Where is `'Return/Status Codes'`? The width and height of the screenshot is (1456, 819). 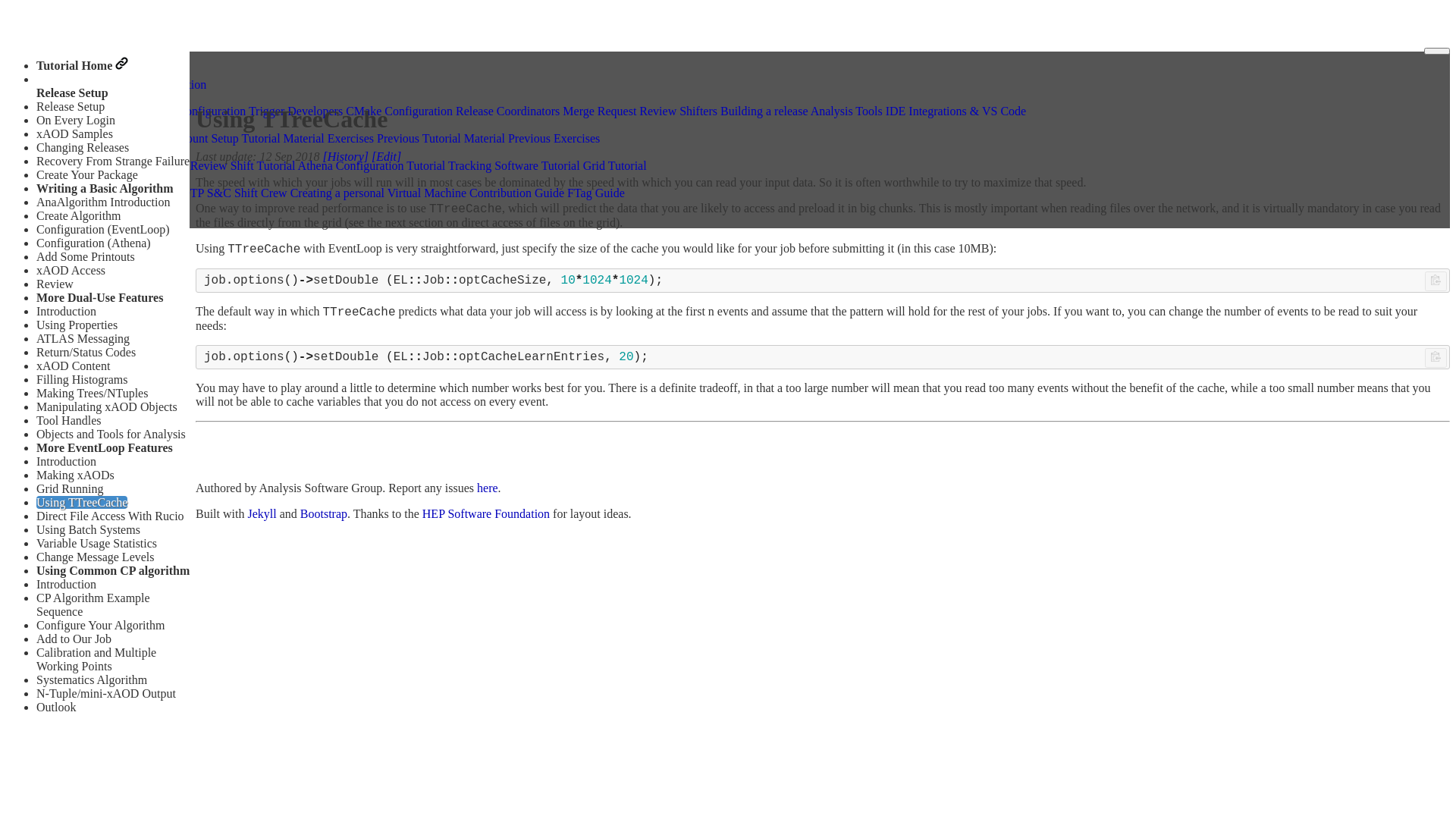
'Return/Status Codes' is located at coordinates (85, 352).